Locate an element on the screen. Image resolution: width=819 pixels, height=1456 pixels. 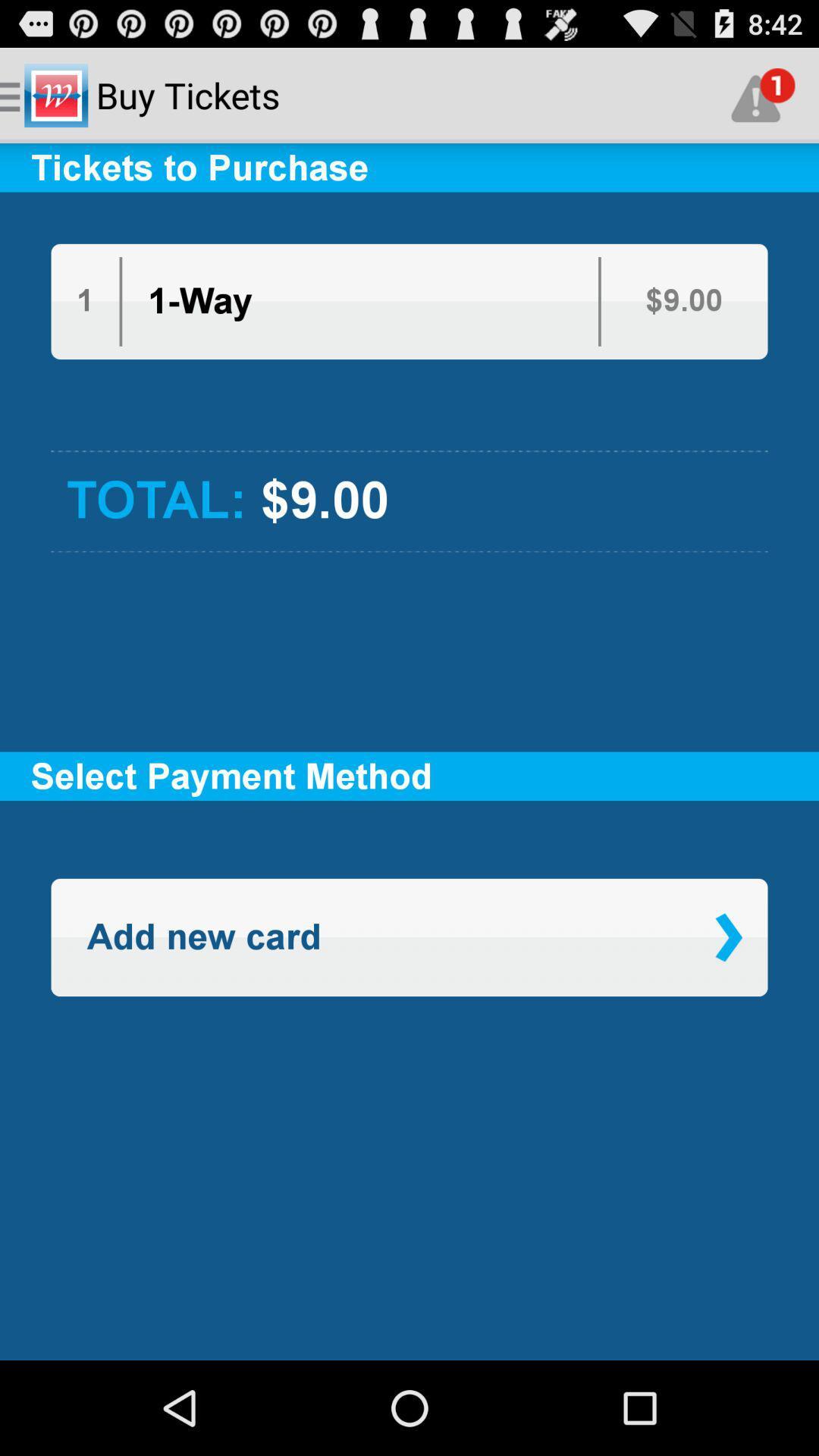
icon which is at top right corner is located at coordinates (763, 94).